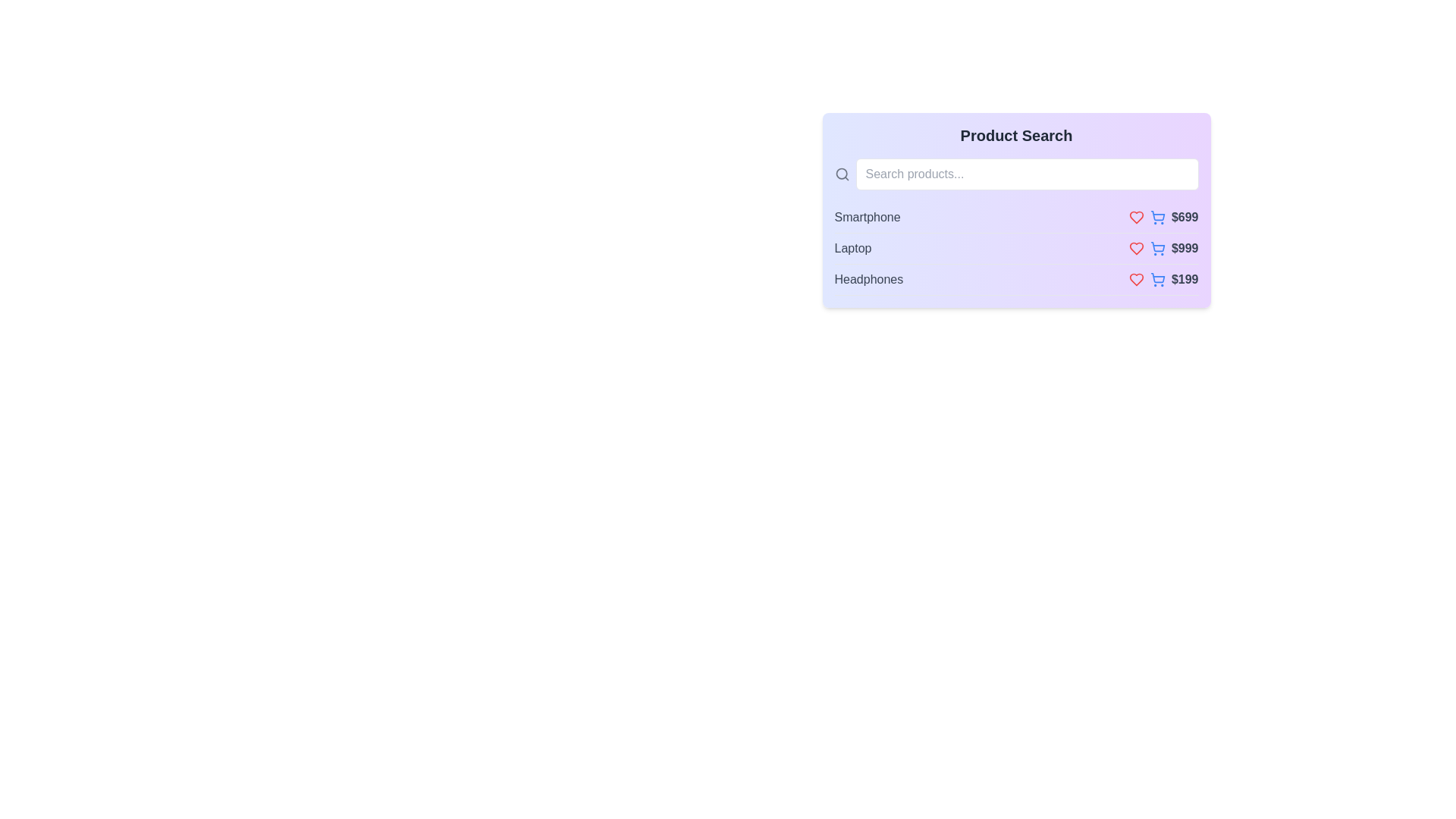 The image size is (1456, 819). I want to click on the decorative magnifying glass icon located inside the search bar adjacent to the text input field, so click(840, 173).